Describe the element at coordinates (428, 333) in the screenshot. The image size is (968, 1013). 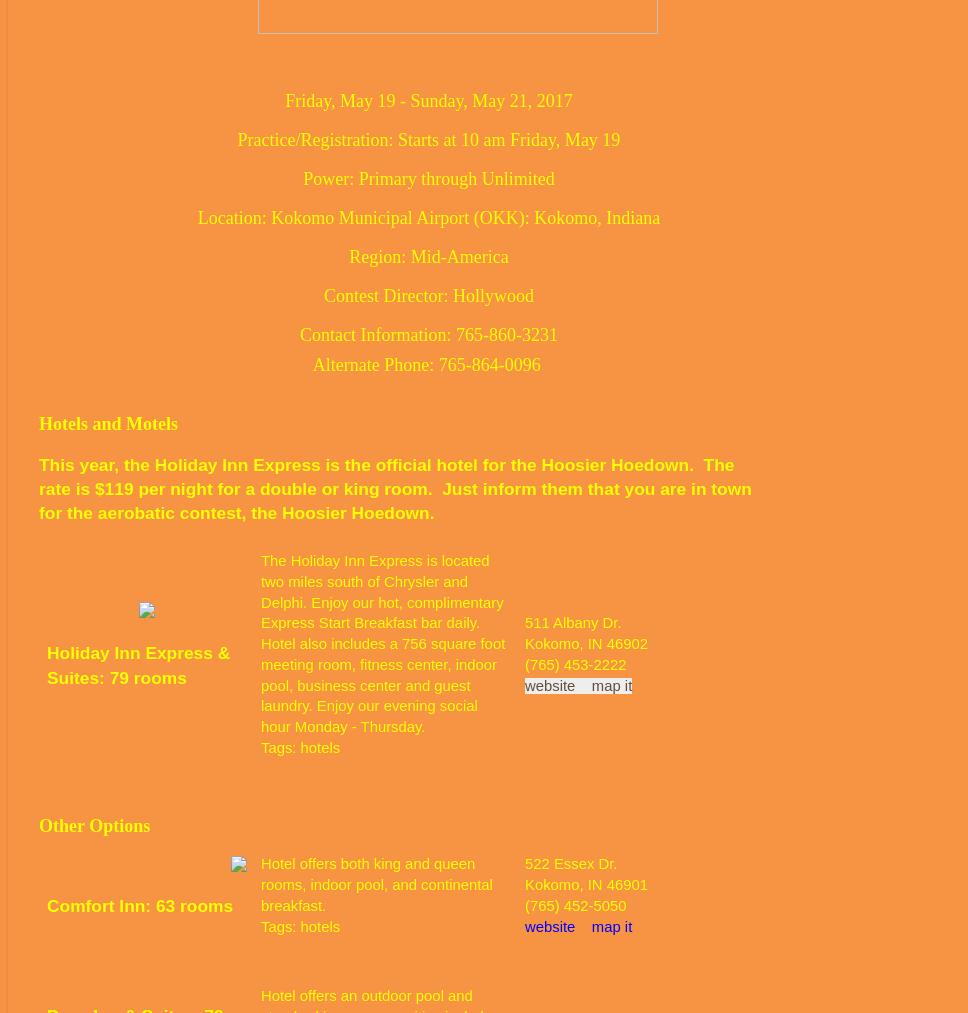
I see `'Contact Information: 765-860-3231'` at that location.